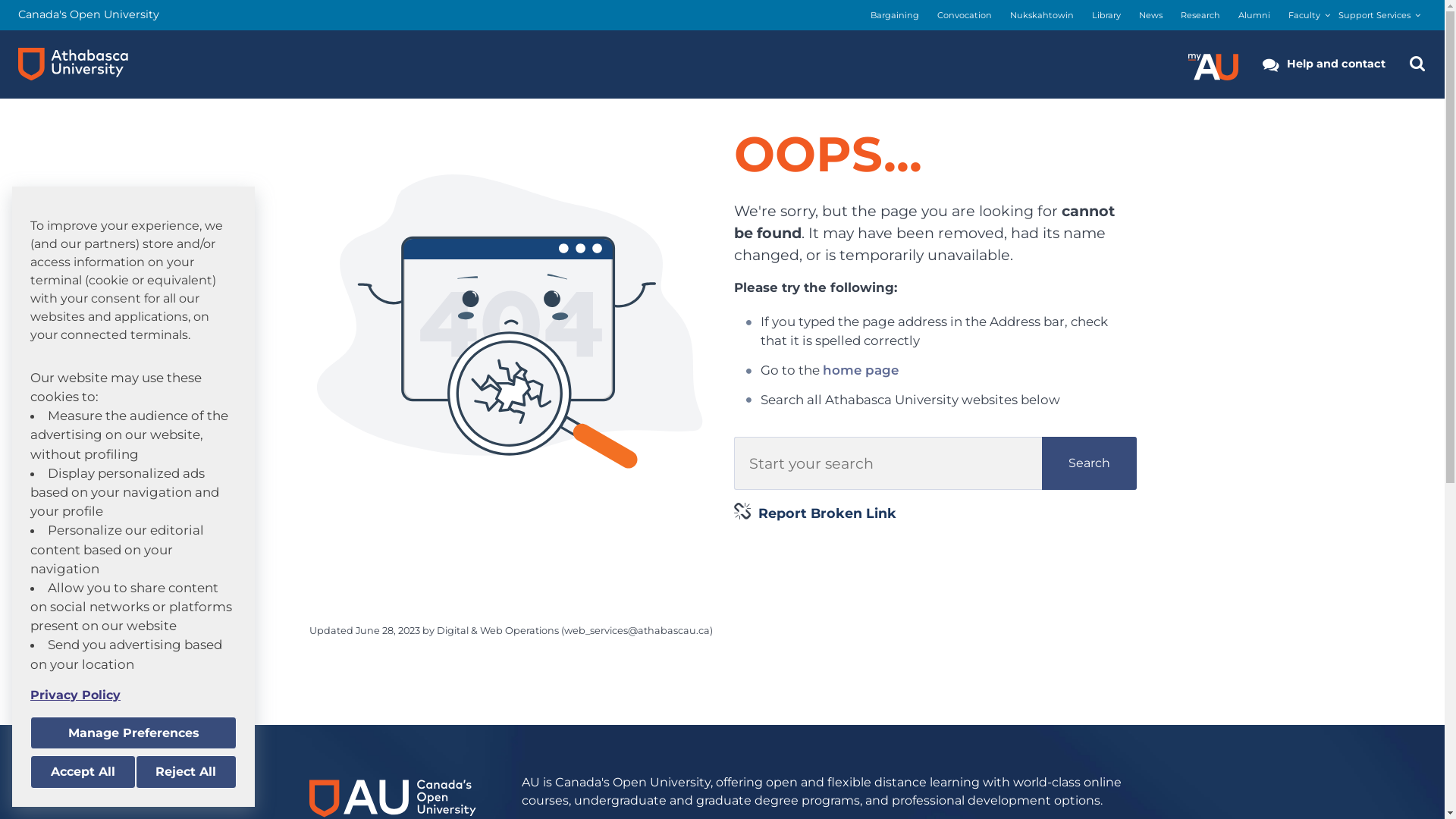 This screenshot has height=819, width=1456. What do you see at coordinates (1150, 15) in the screenshot?
I see `'News'` at bounding box center [1150, 15].